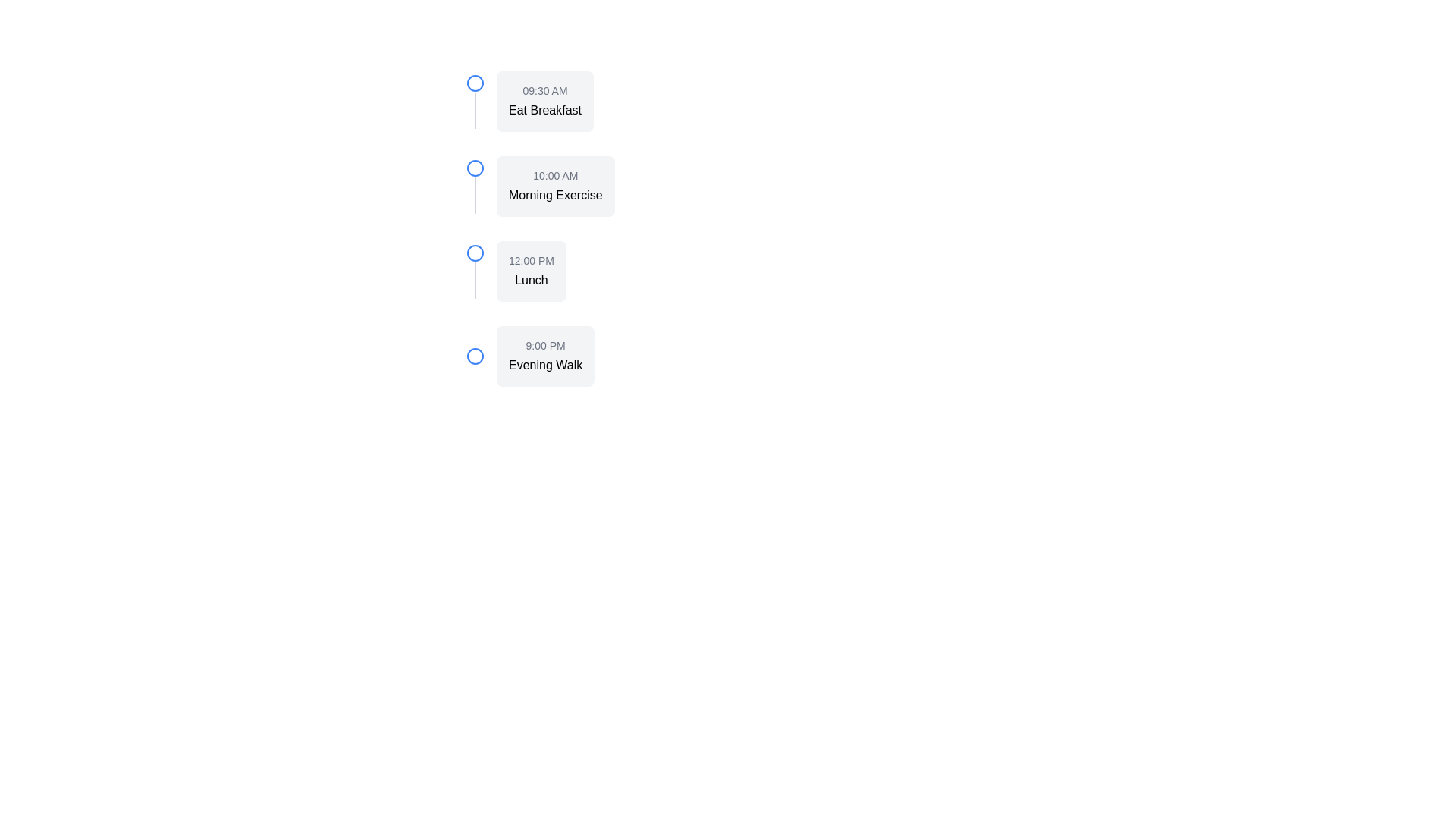  What do you see at coordinates (545, 366) in the screenshot?
I see `the text label that describes the activity scheduled for 9:00 PM, positioned as the second line within the event item in the time-based schedule interface` at bounding box center [545, 366].